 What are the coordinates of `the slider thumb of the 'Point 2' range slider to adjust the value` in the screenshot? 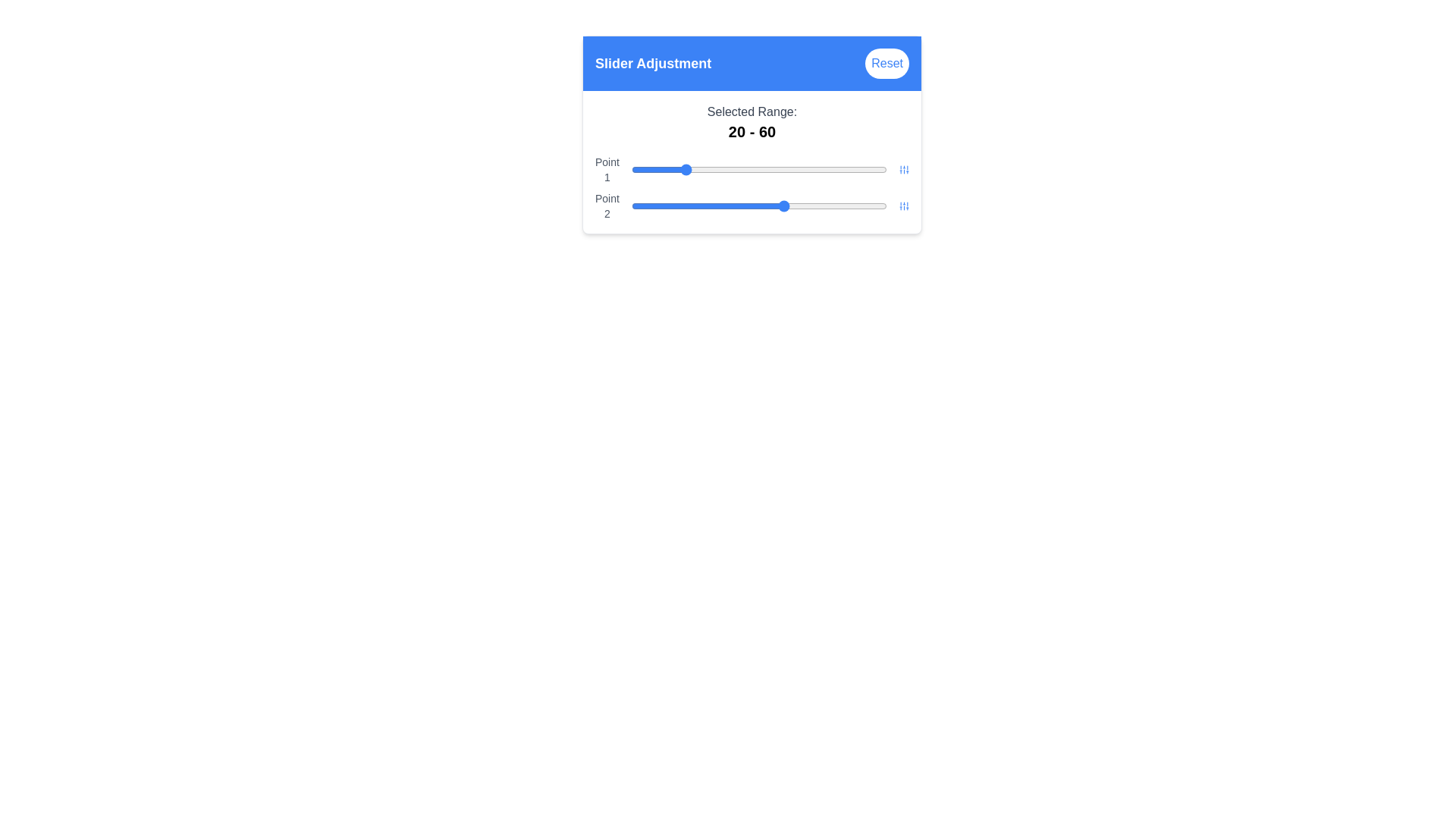 It's located at (752, 206).